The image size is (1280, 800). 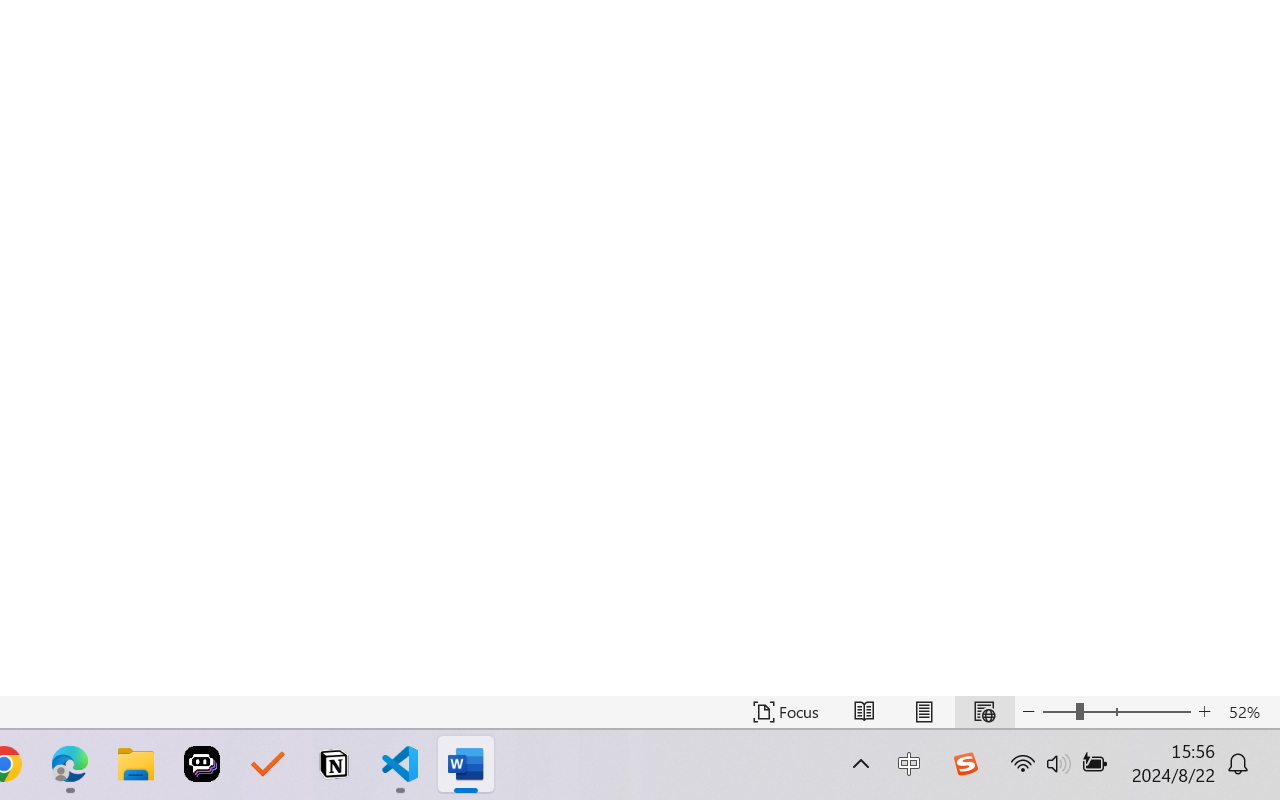 I want to click on 'Print Layout', so click(x=923, y=711).